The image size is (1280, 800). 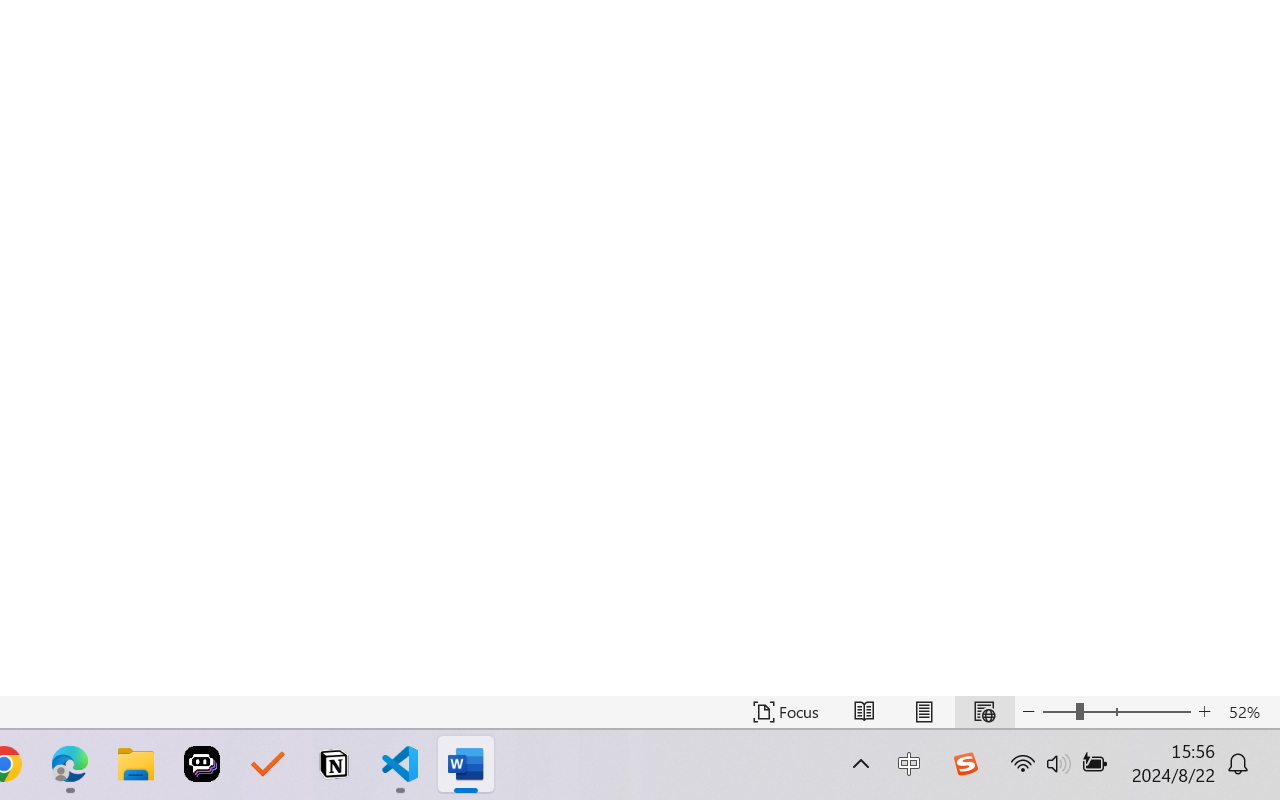 I want to click on 'Print Layout', so click(x=923, y=711).